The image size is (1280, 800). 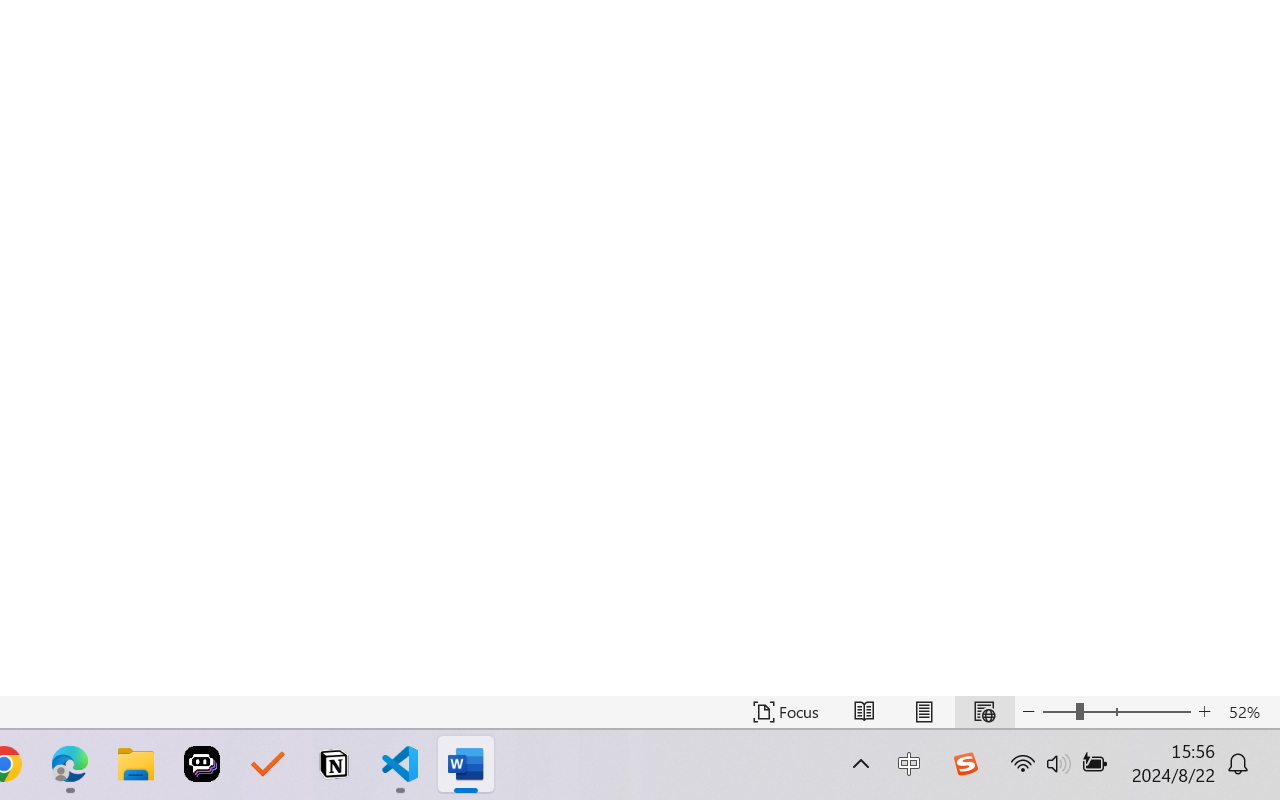 I want to click on 'Print Layout', so click(x=923, y=711).